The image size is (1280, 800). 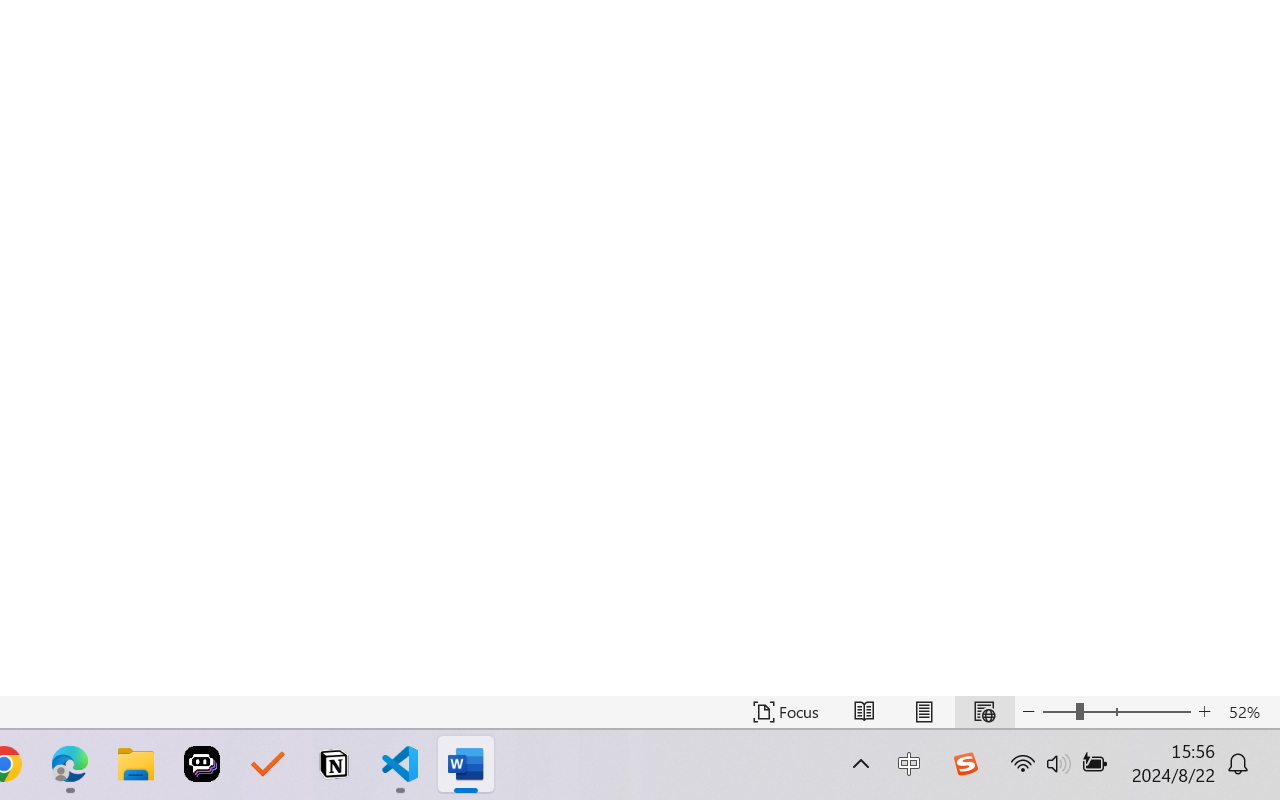 I want to click on 'Print Layout', so click(x=923, y=711).